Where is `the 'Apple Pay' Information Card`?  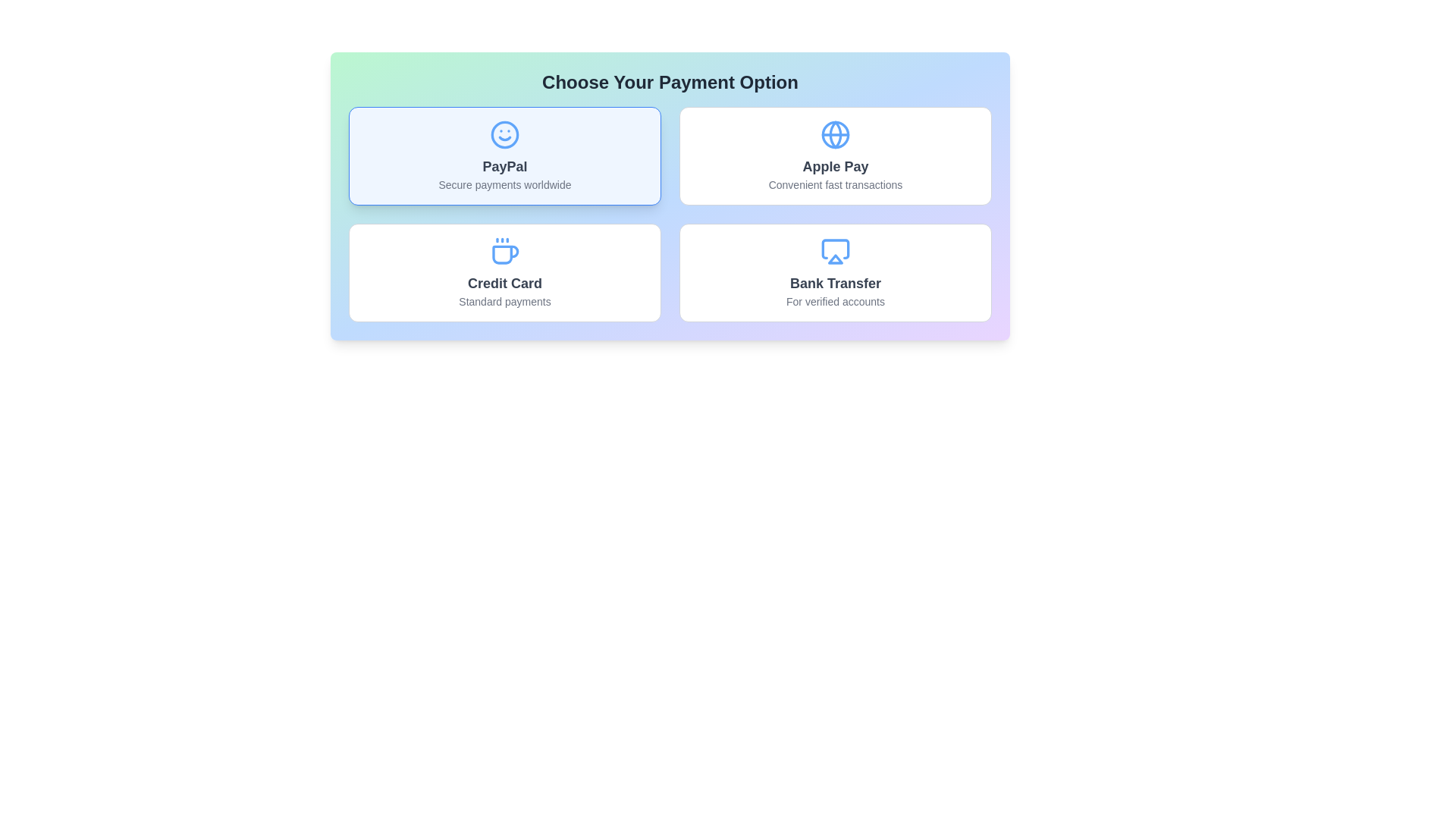 the 'Apple Pay' Information Card is located at coordinates (835, 155).